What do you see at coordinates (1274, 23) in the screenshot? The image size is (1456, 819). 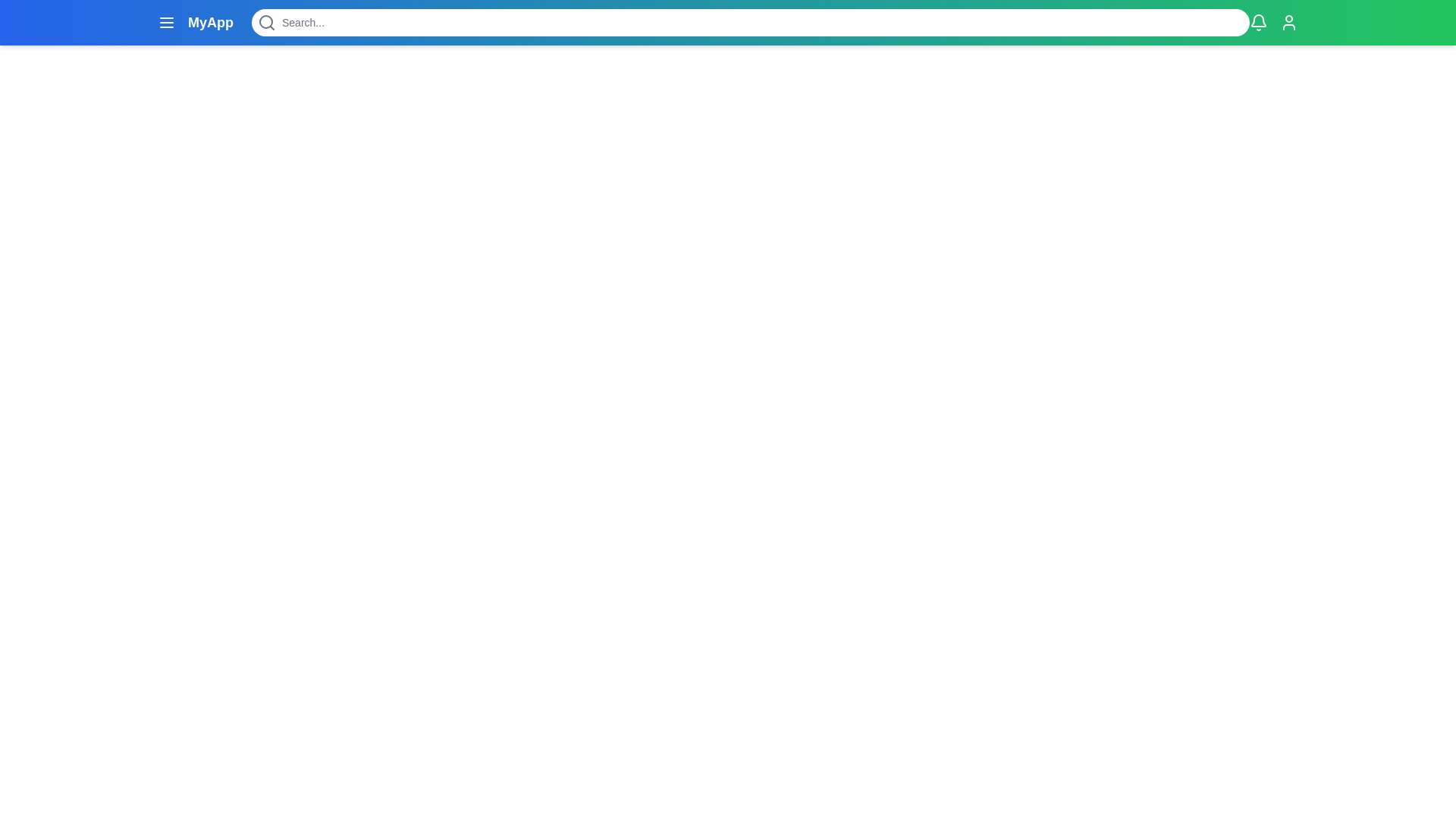 I see `the group of icons consisting of a bell for notifications and a user silhouette for profile settings, located at the extreme right end of the top navigation bar` at bounding box center [1274, 23].